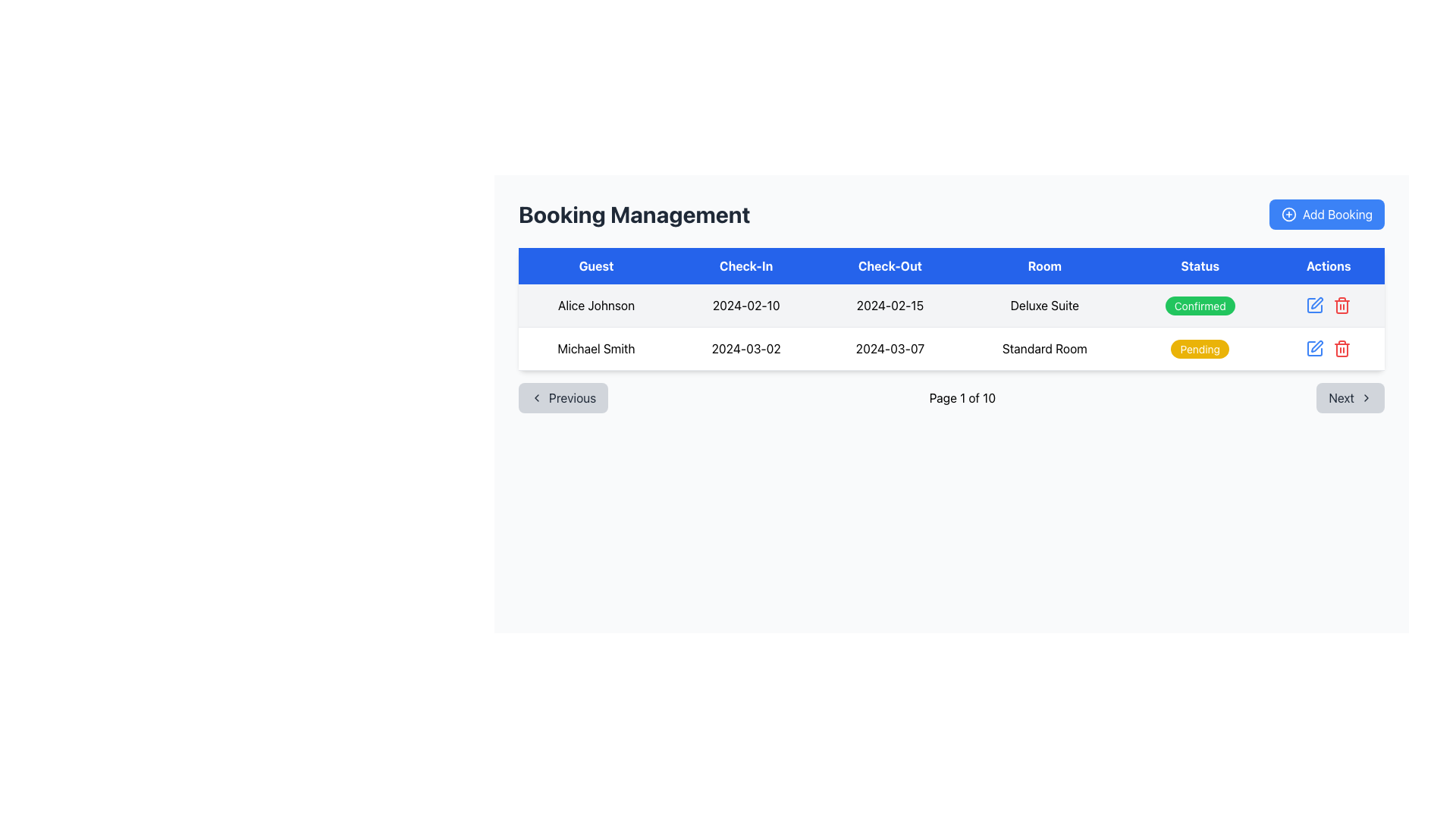 Image resolution: width=1456 pixels, height=819 pixels. What do you see at coordinates (1199, 306) in the screenshot?
I see `the rounded rectangular label with a green background and white text that says 'Confirmed', located in the 'Status' column of the table in the 'Booking Management' interface corresponding to 'Alice Johnson' booking information` at bounding box center [1199, 306].